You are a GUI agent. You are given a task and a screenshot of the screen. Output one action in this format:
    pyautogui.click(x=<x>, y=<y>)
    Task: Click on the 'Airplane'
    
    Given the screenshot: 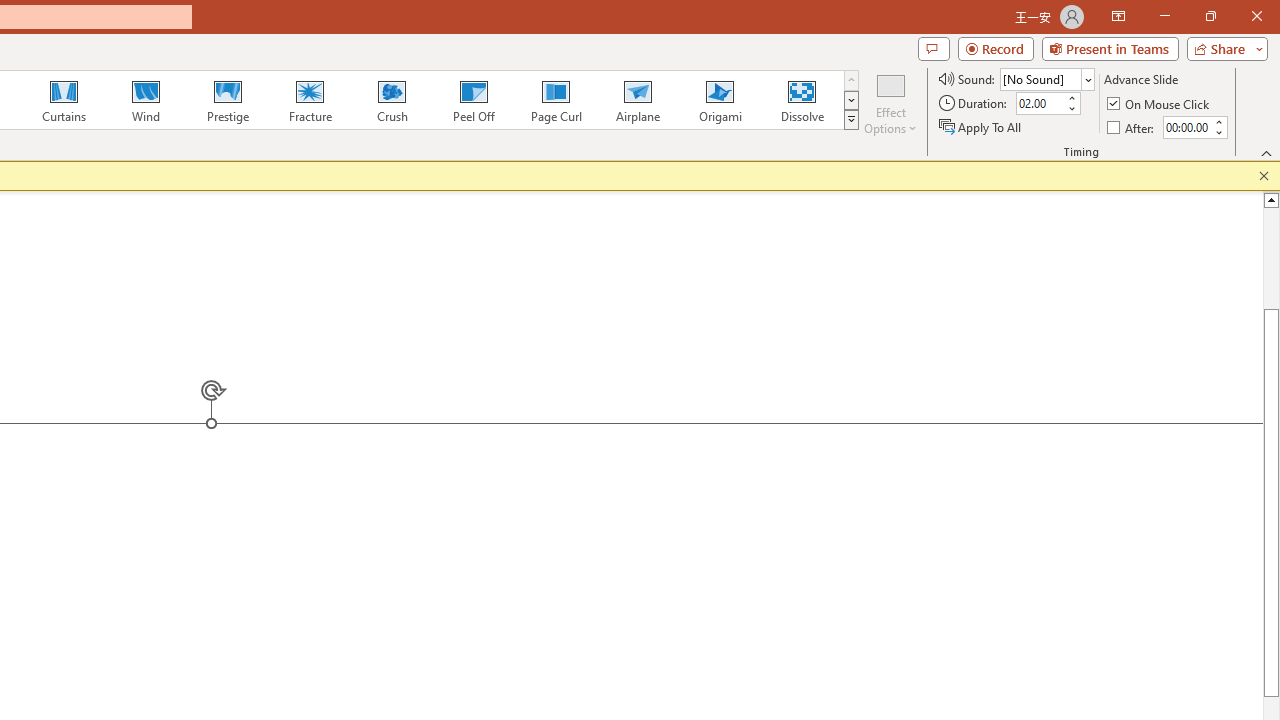 What is the action you would take?
    pyautogui.click(x=636, y=100)
    